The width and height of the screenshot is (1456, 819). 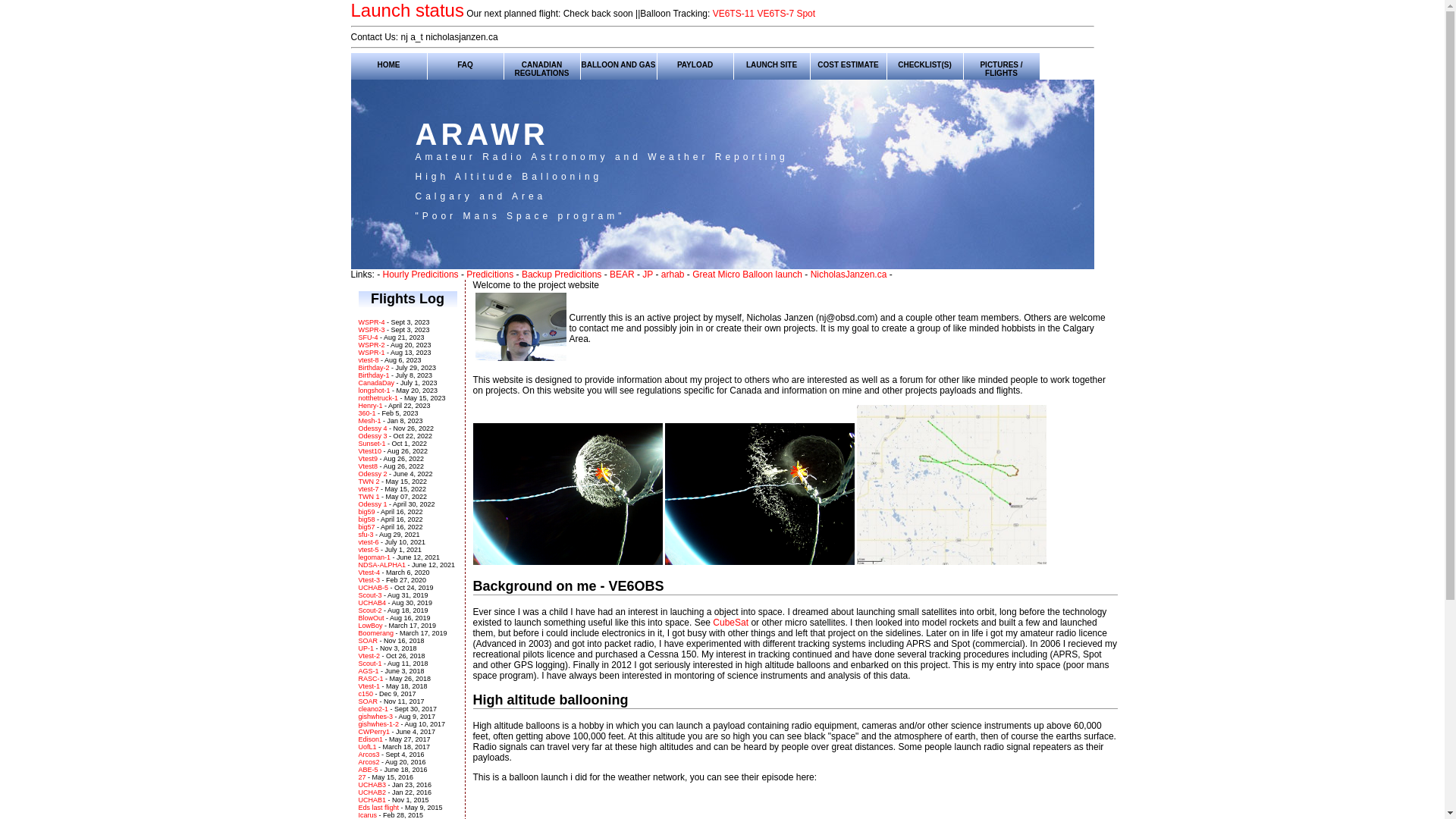 I want to click on 'TWN 1', so click(x=368, y=497).